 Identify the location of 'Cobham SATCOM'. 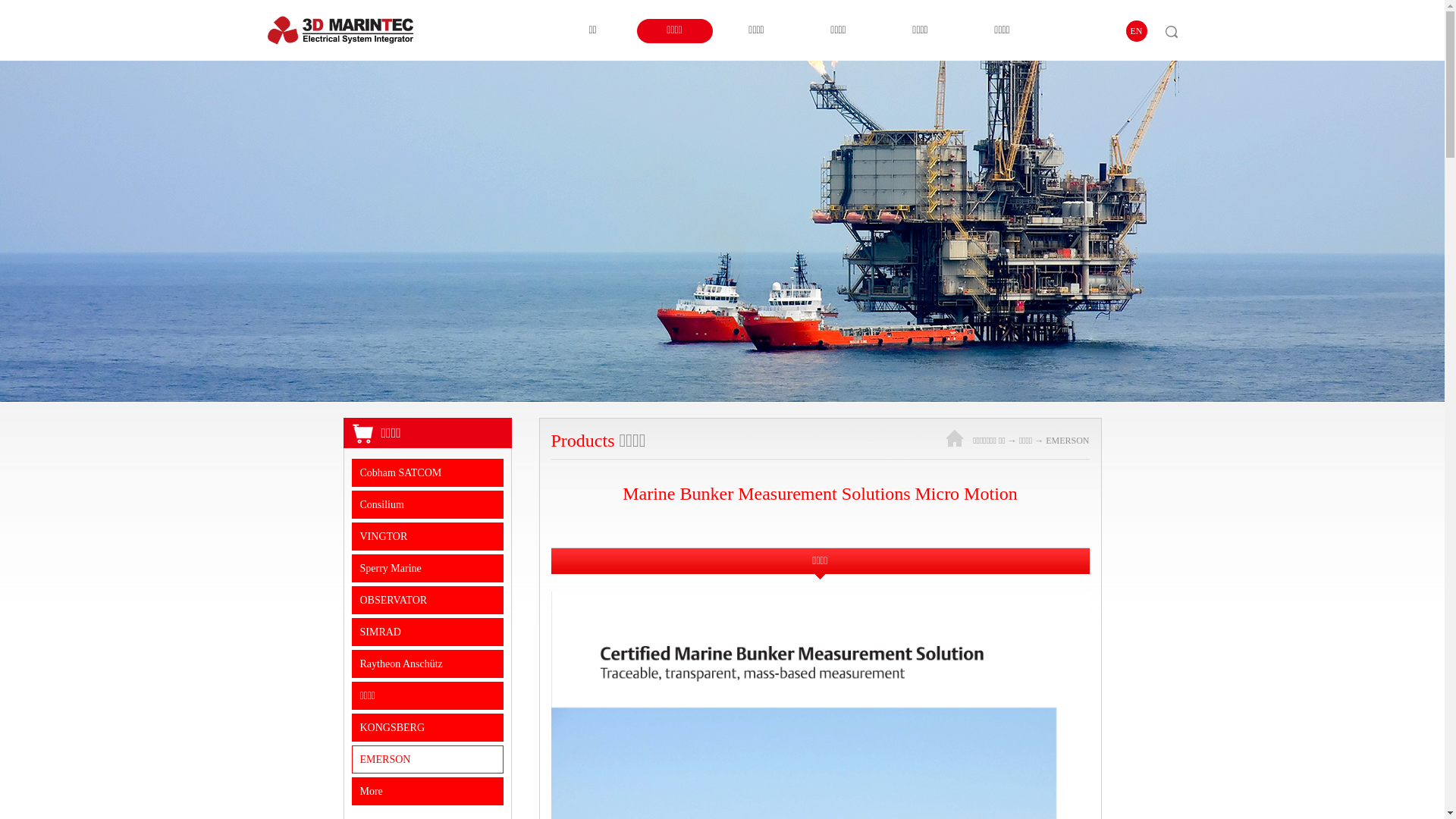
(427, 472).